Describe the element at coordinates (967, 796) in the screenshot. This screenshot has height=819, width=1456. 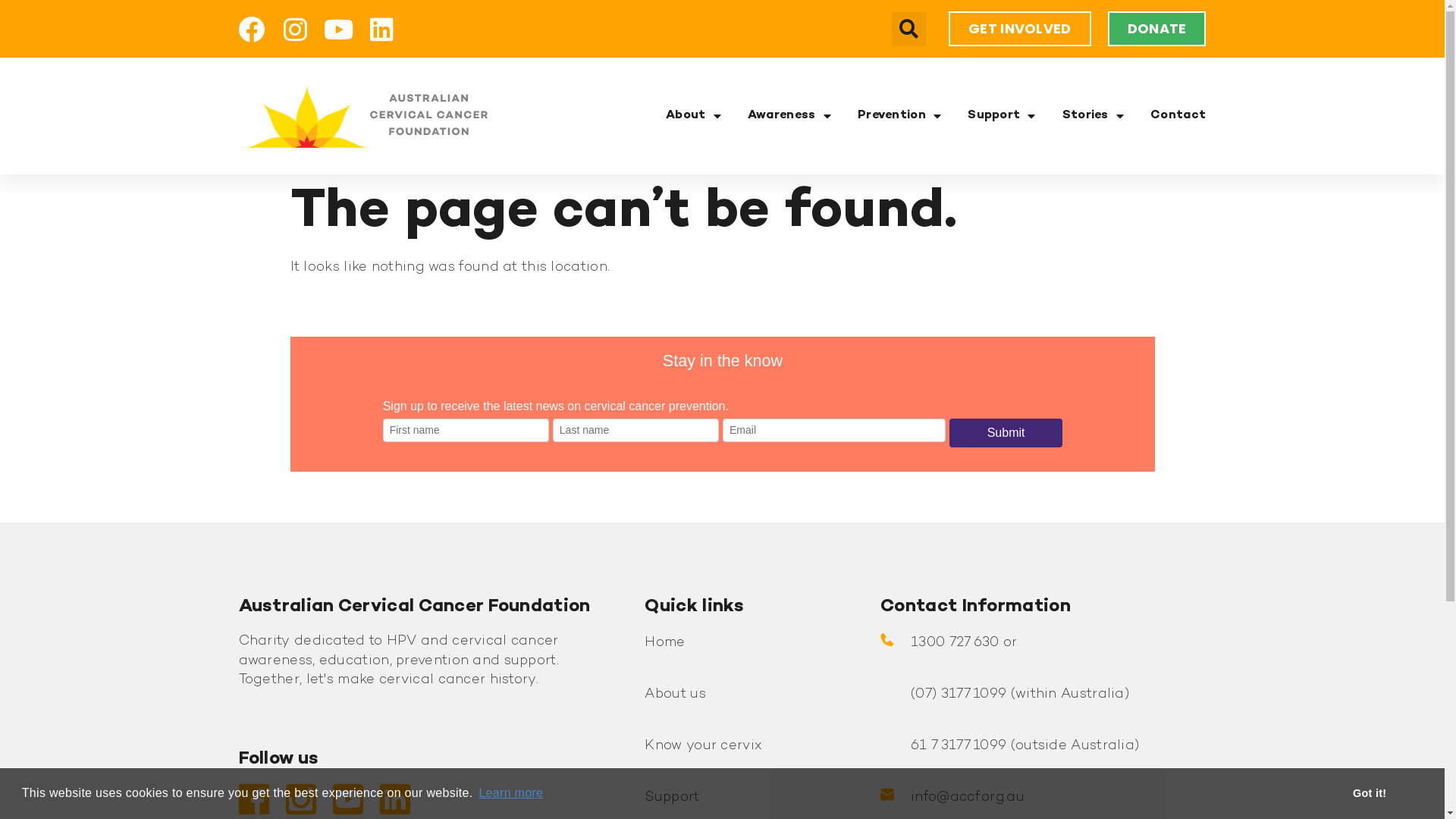
I see `'info@accf.org.au'` at that location.